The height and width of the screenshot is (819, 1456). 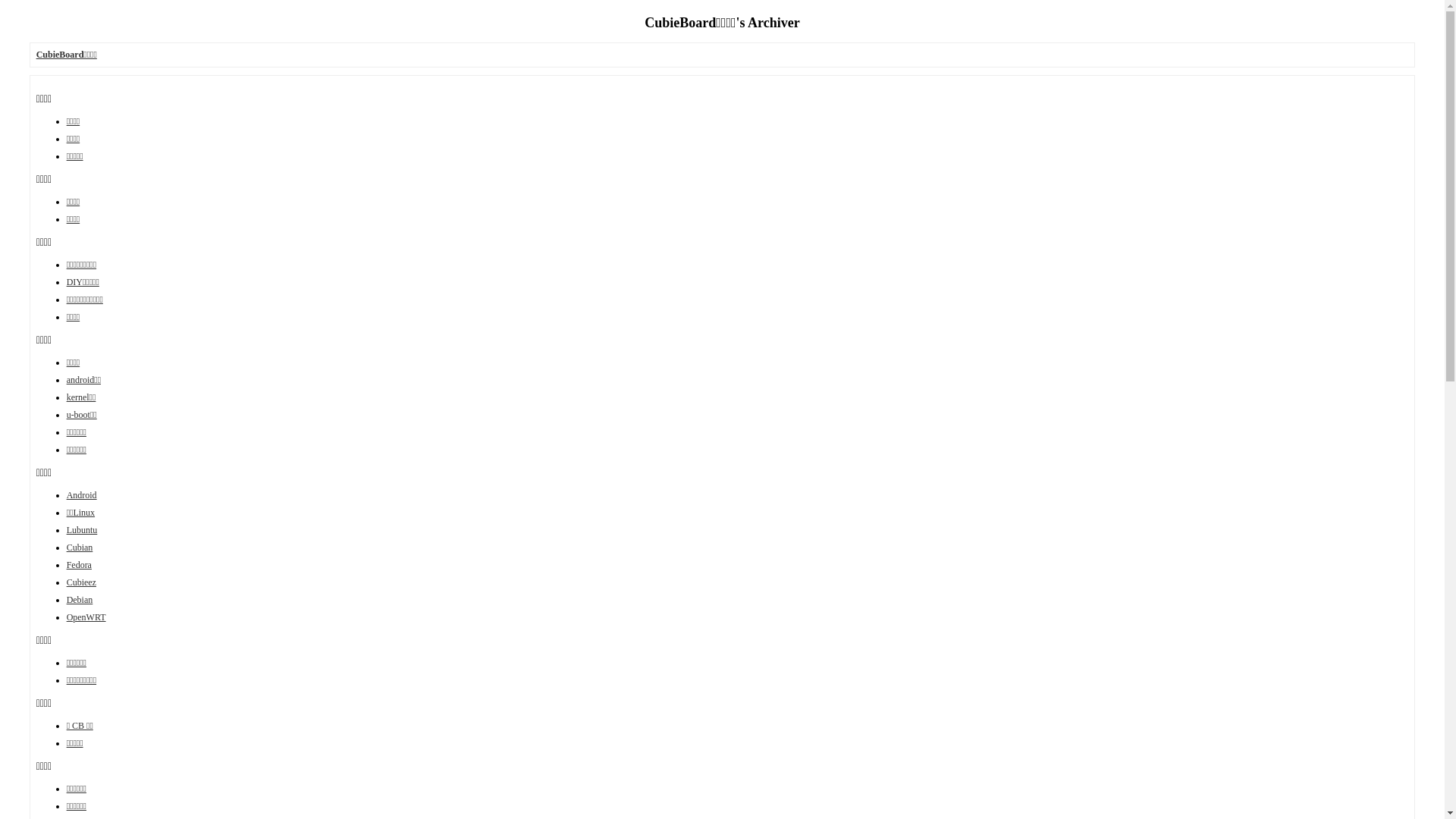 What do you see at coordinates (80, 581) in the screenshot?
I see `'Cubieez'` at bounding box center [80, 581].